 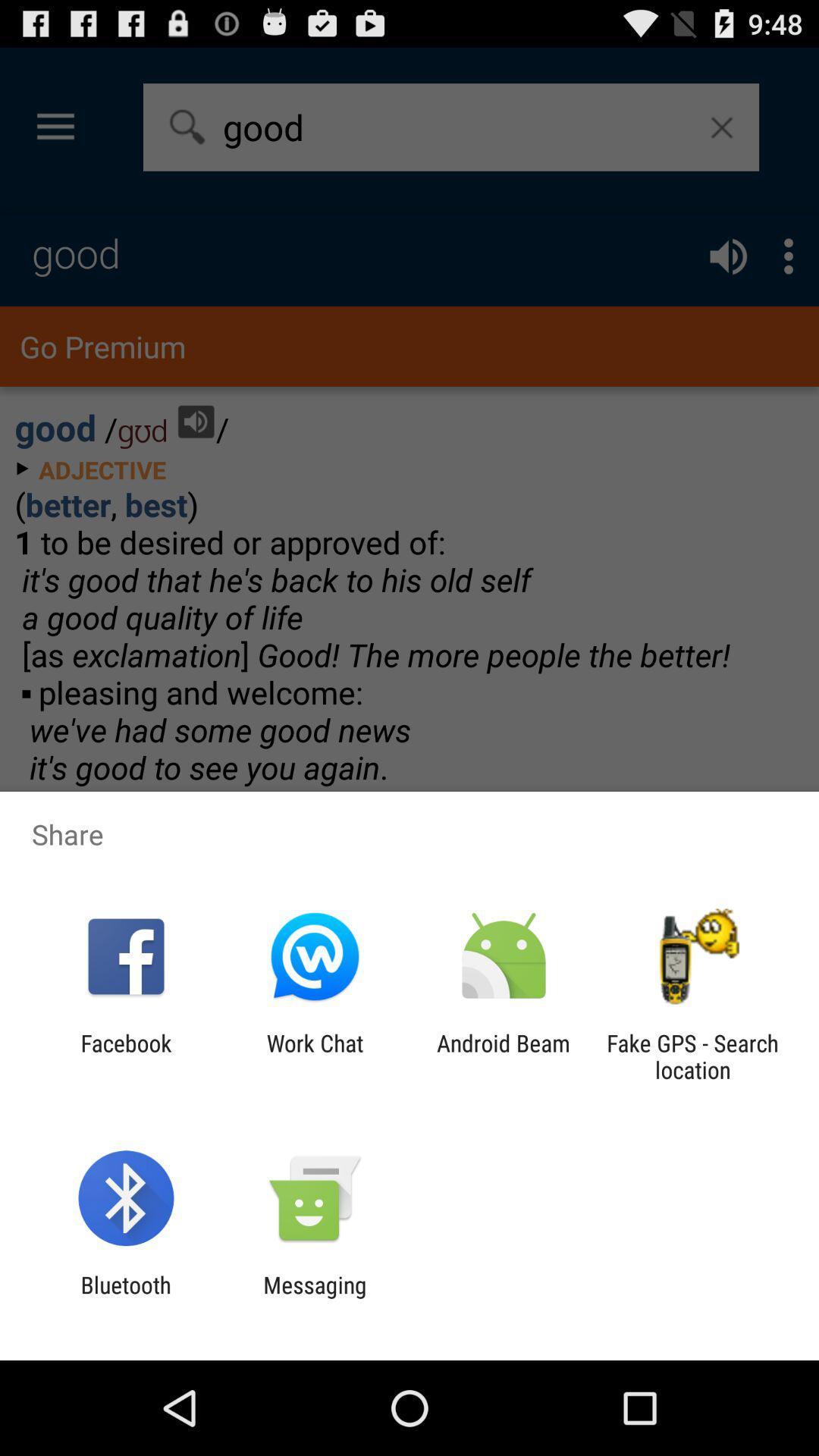 What do you see at coordinates (692, 1056) in the screenshot?
I see `icon next to the android beam app` at bounding box center [692, 1056].